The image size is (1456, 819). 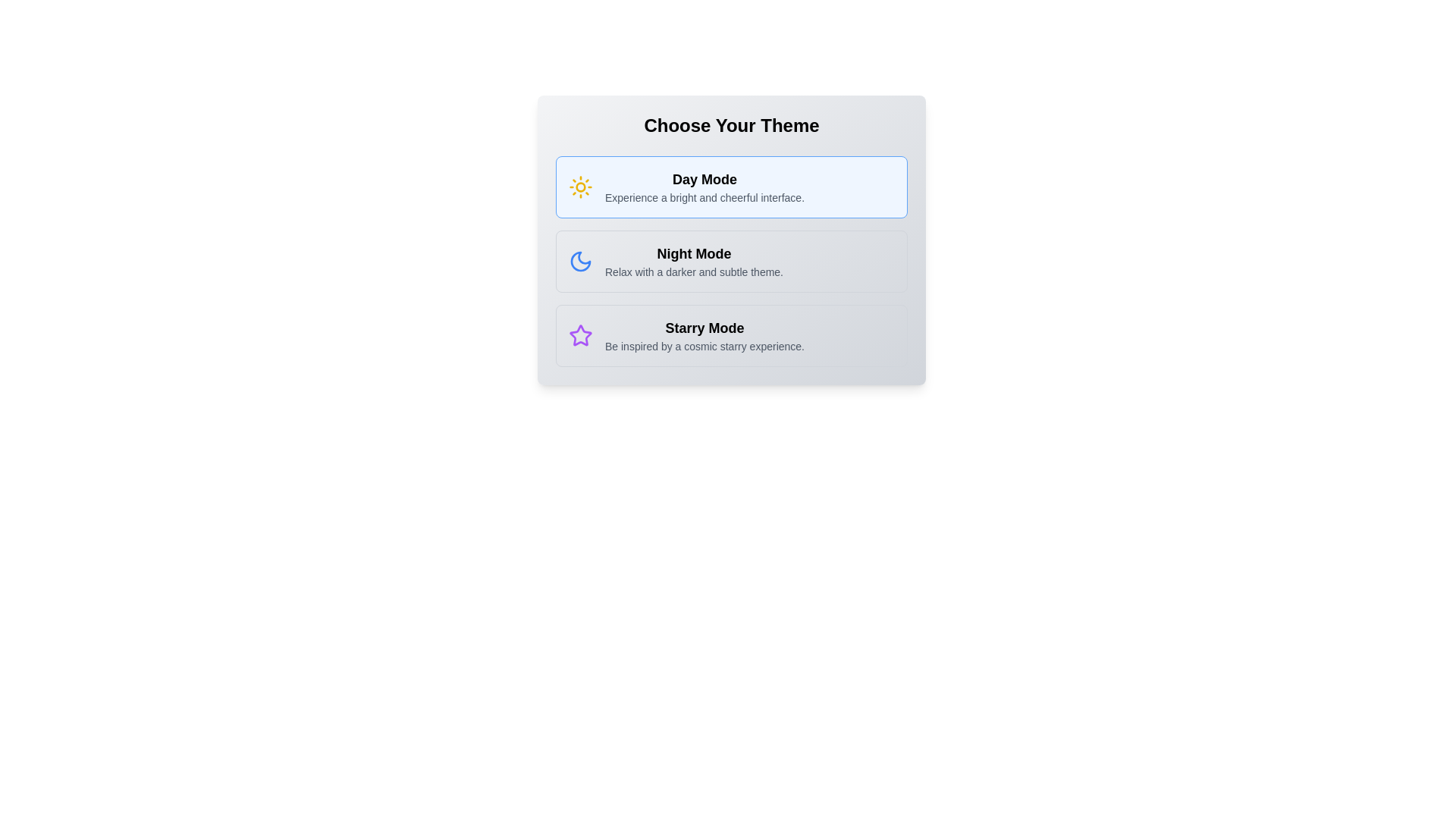 I want to click on the vibrant purple star-shaped icon located to the left of the 'Starry Mode' text block, so click(x=580, y=335).